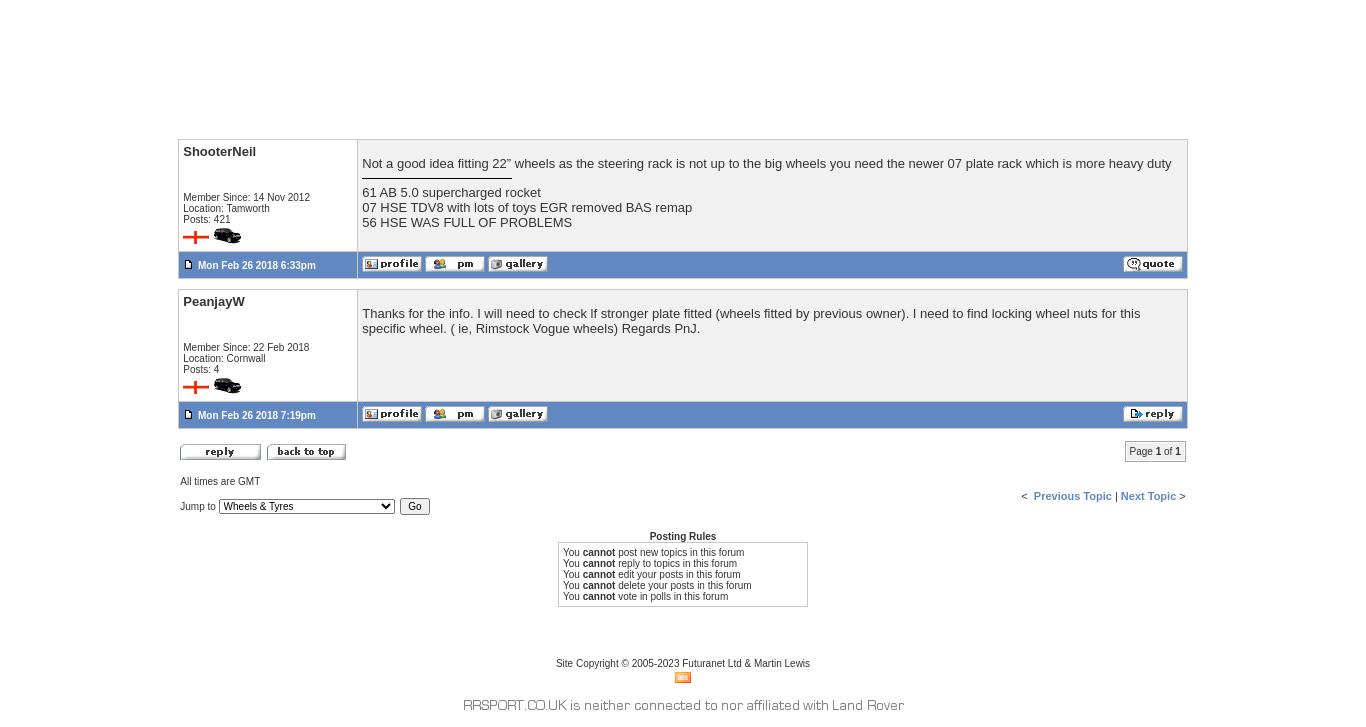  I want to click on 'Location: Cornwall', so click(223, 358).